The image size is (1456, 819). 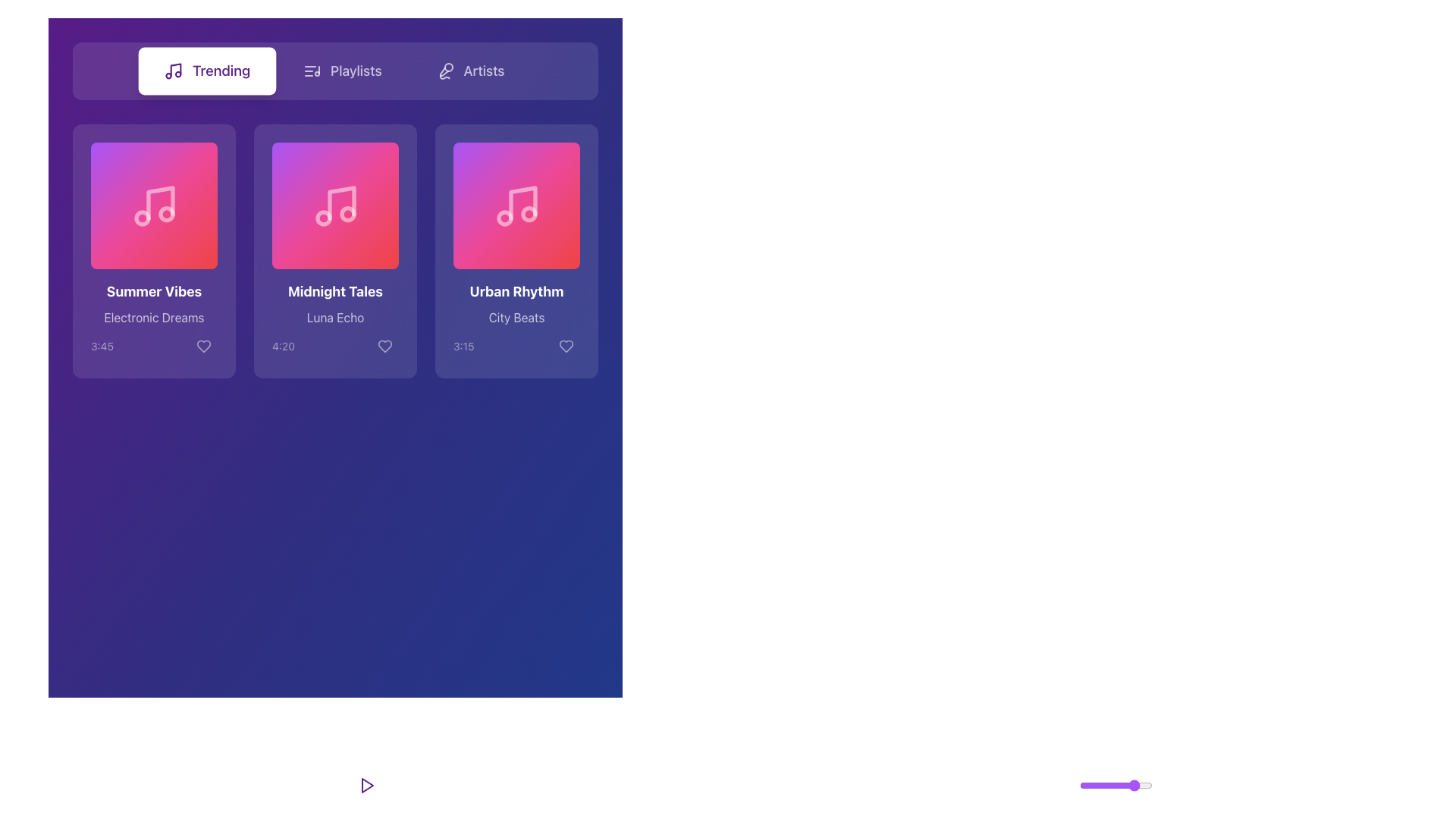 What do you see at coordinates (1118, 785) in the screenshot?
I see `the slider` at bounding box center [1118, 785].